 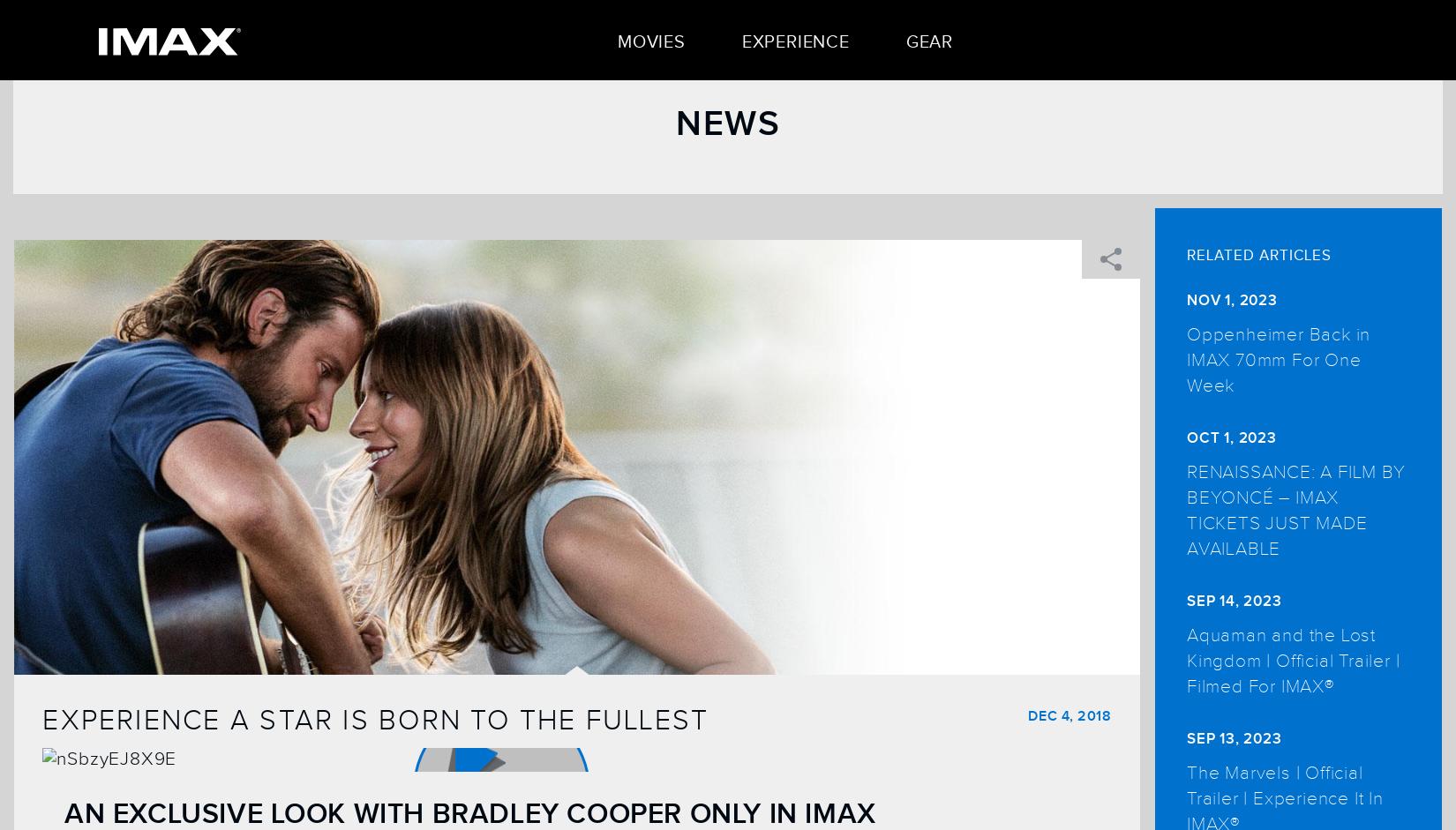 I want to click on 'Aquaman and the Lost Kingdom | Official Trailer | Filmed For IMAX®', so click(x=1292, y=660).